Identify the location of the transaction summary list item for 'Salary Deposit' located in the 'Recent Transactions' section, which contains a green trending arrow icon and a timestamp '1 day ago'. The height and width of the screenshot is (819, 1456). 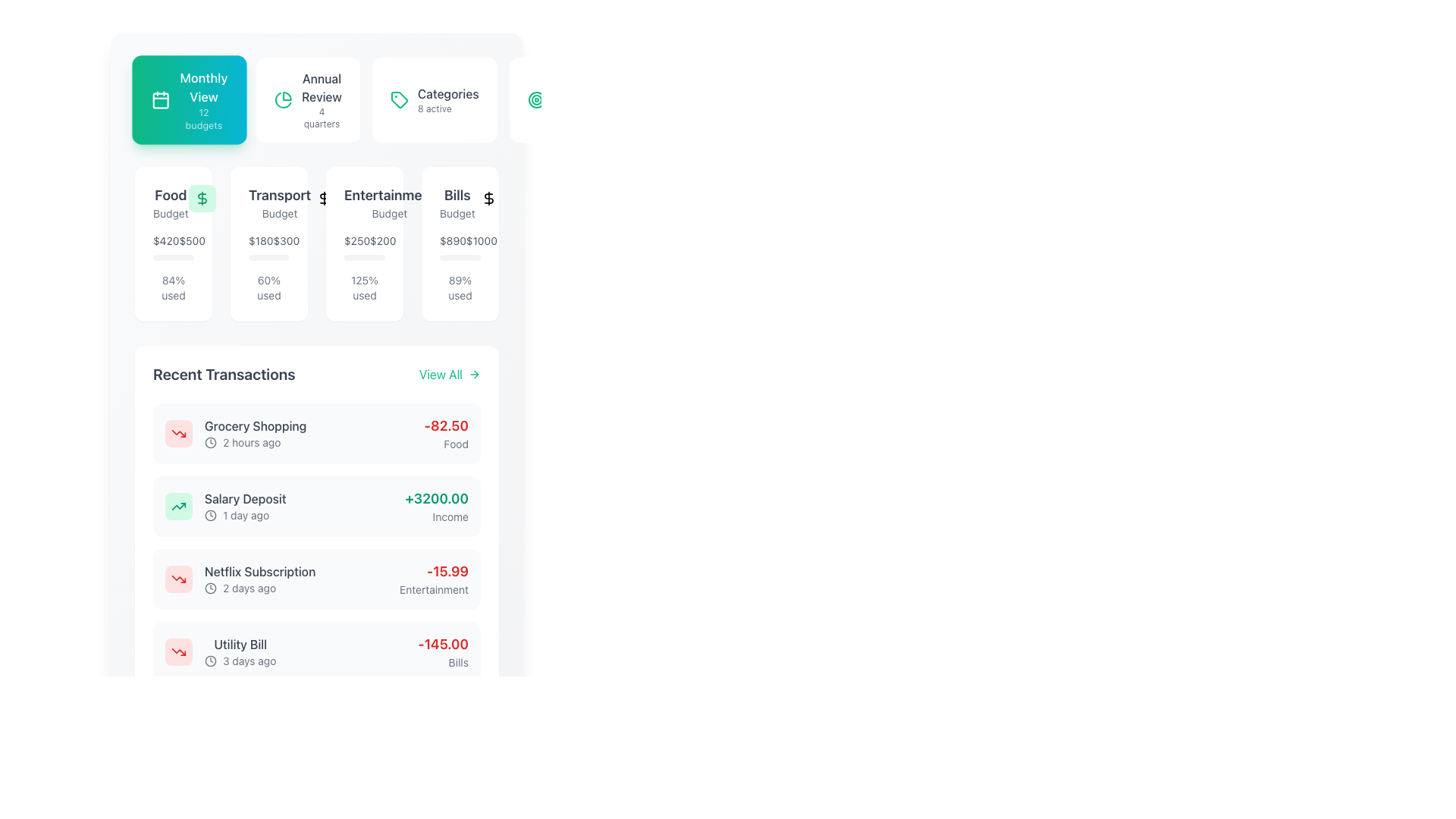
(224, 506).